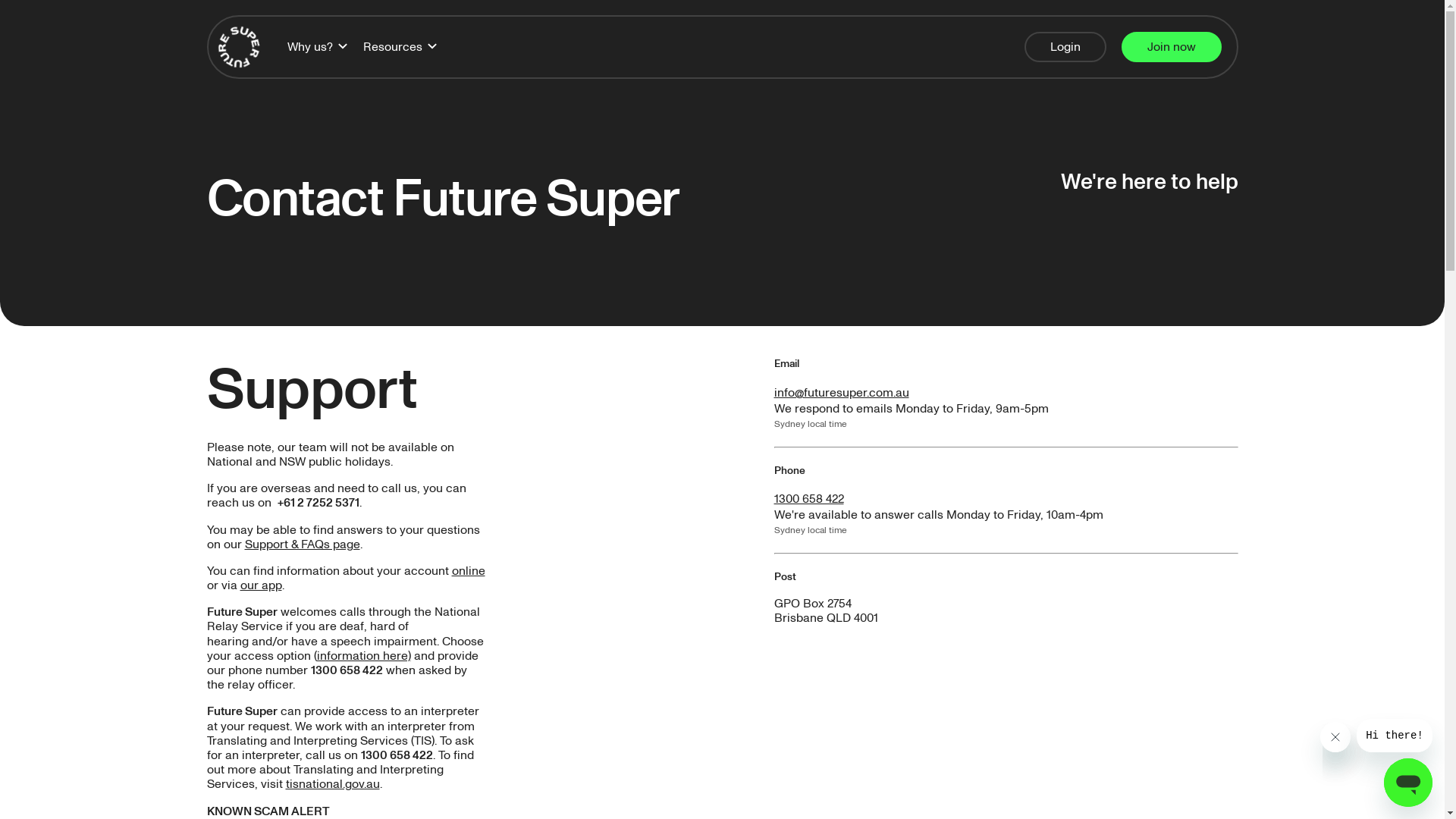 The height and width of the screenshot is (819, 1456). Describe the element at coordinates (260, 584) in the screenshot. I see `'our app'` at that location.